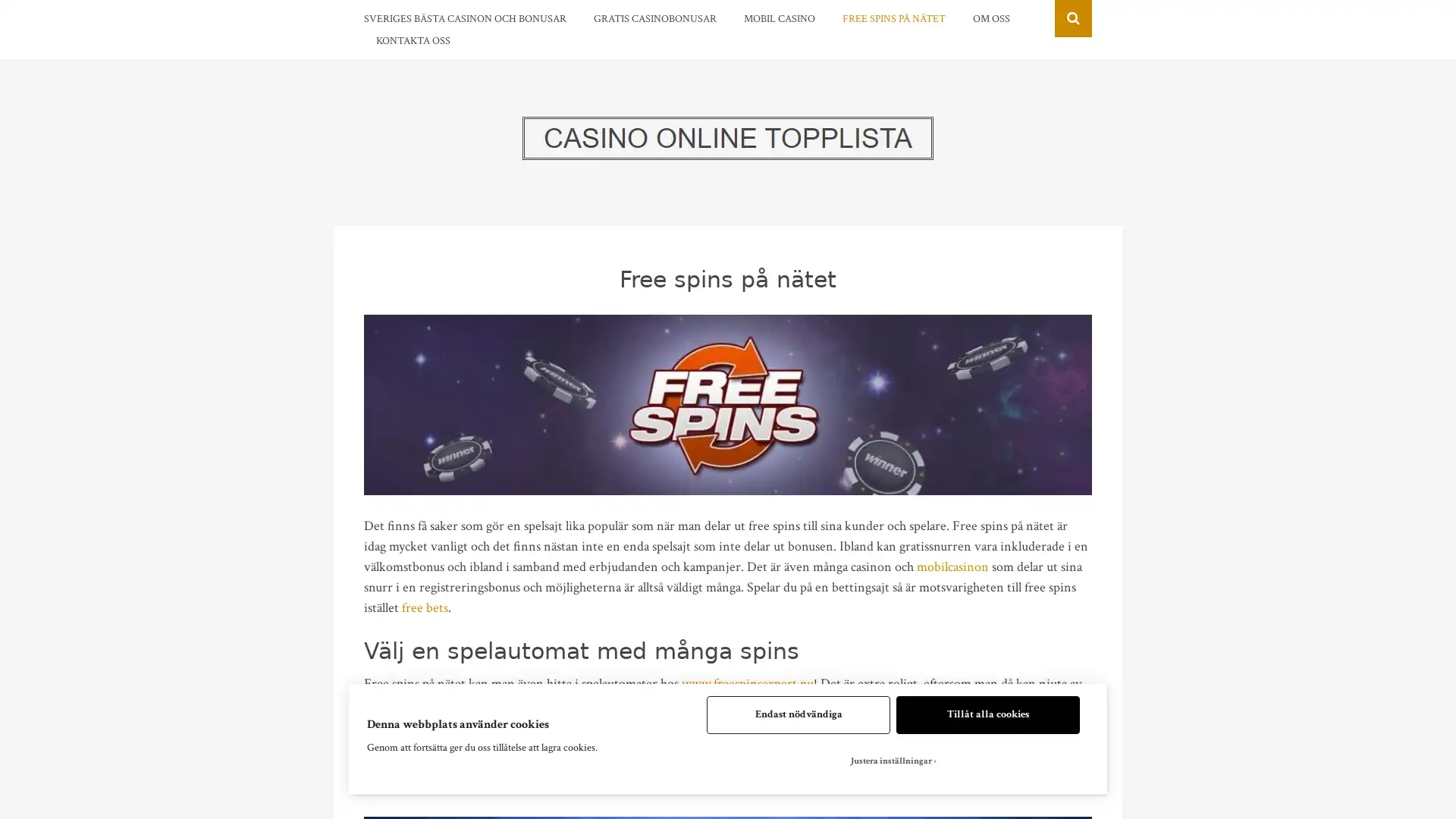  I want to click on Tillat alla cookies, so click(987, 714).